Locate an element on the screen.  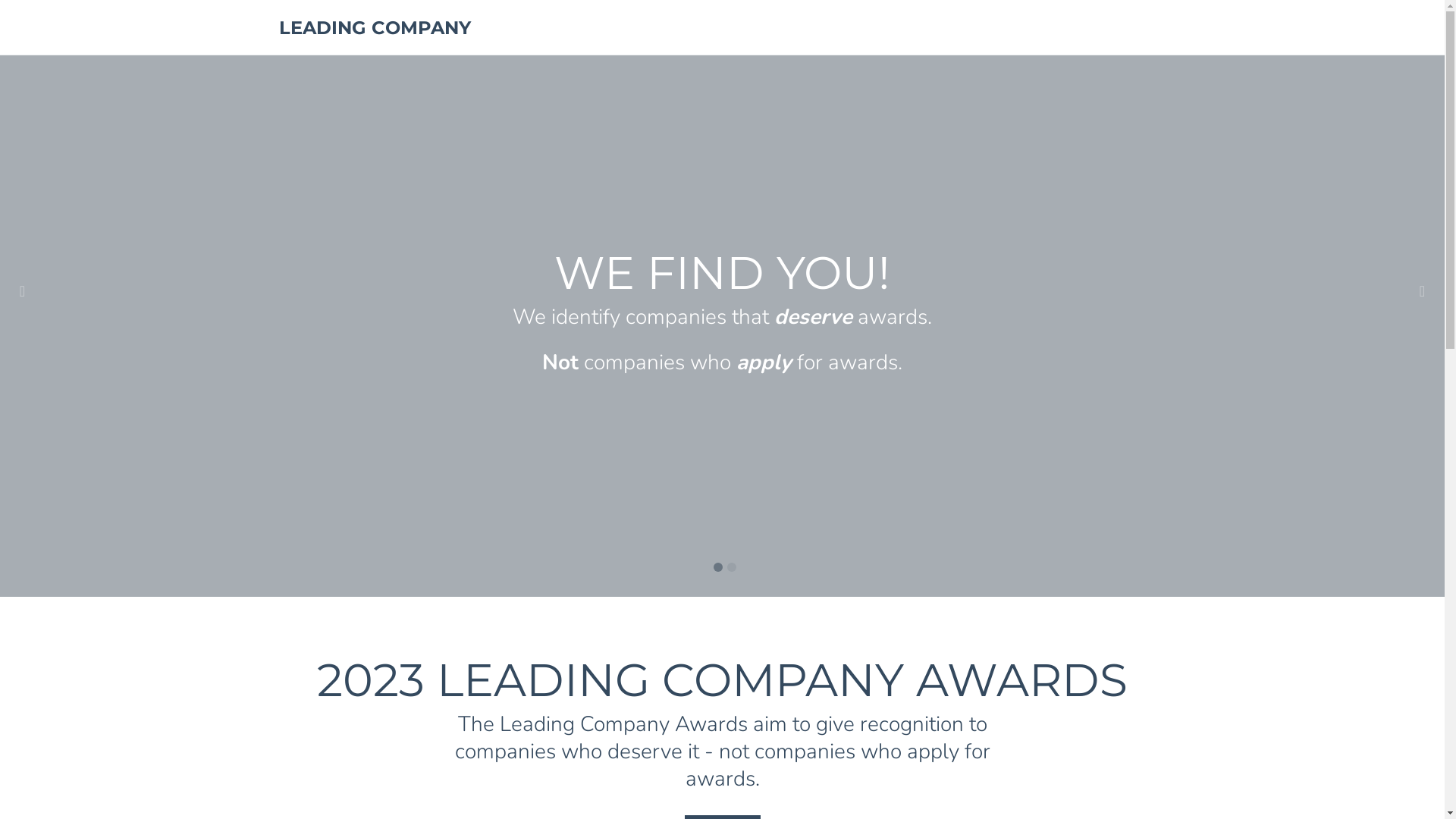
'LEADING COMPANY' is located at coordinates (375, 27).